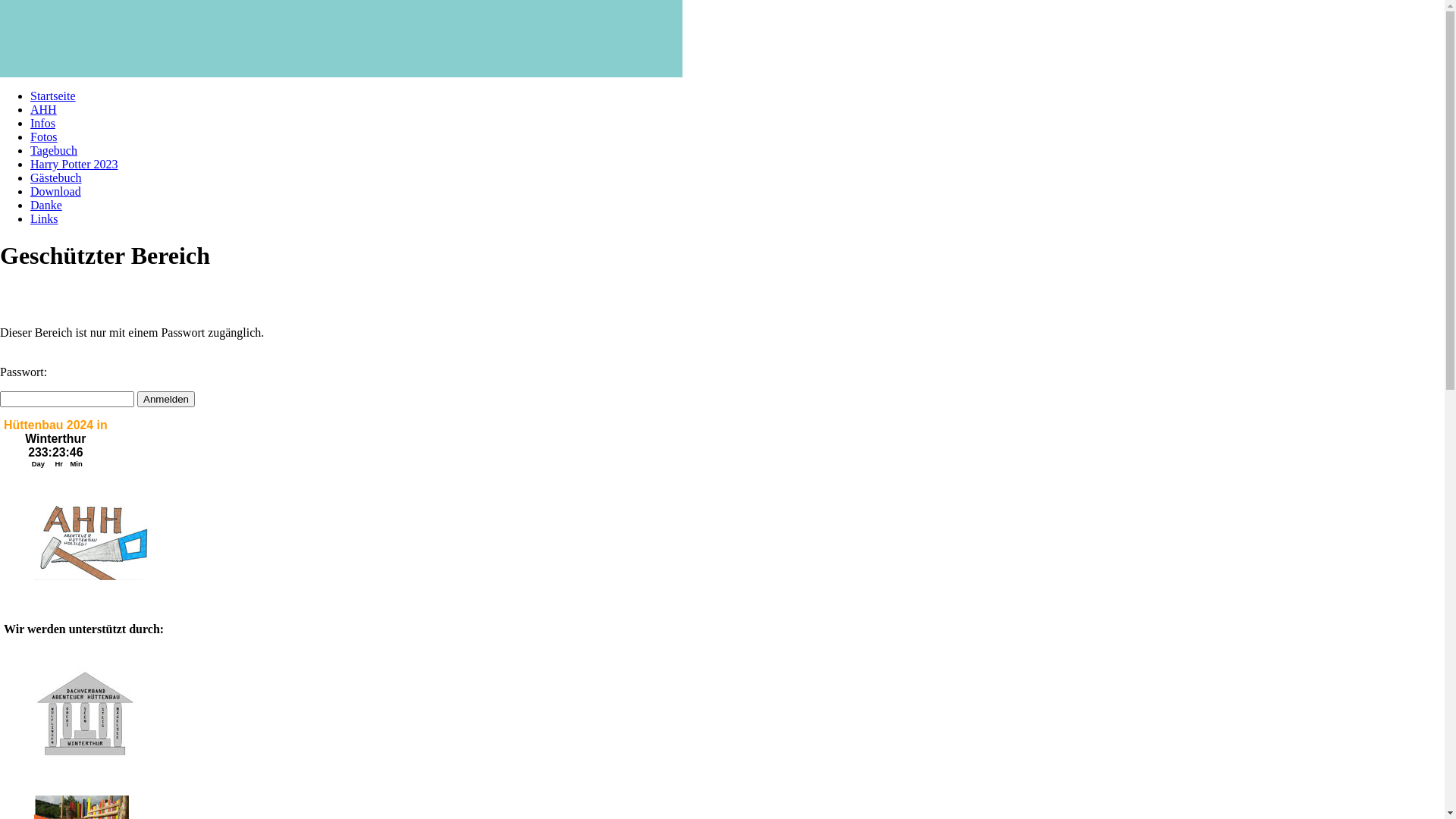  I want to click on 'Danke', so click(46, 205).